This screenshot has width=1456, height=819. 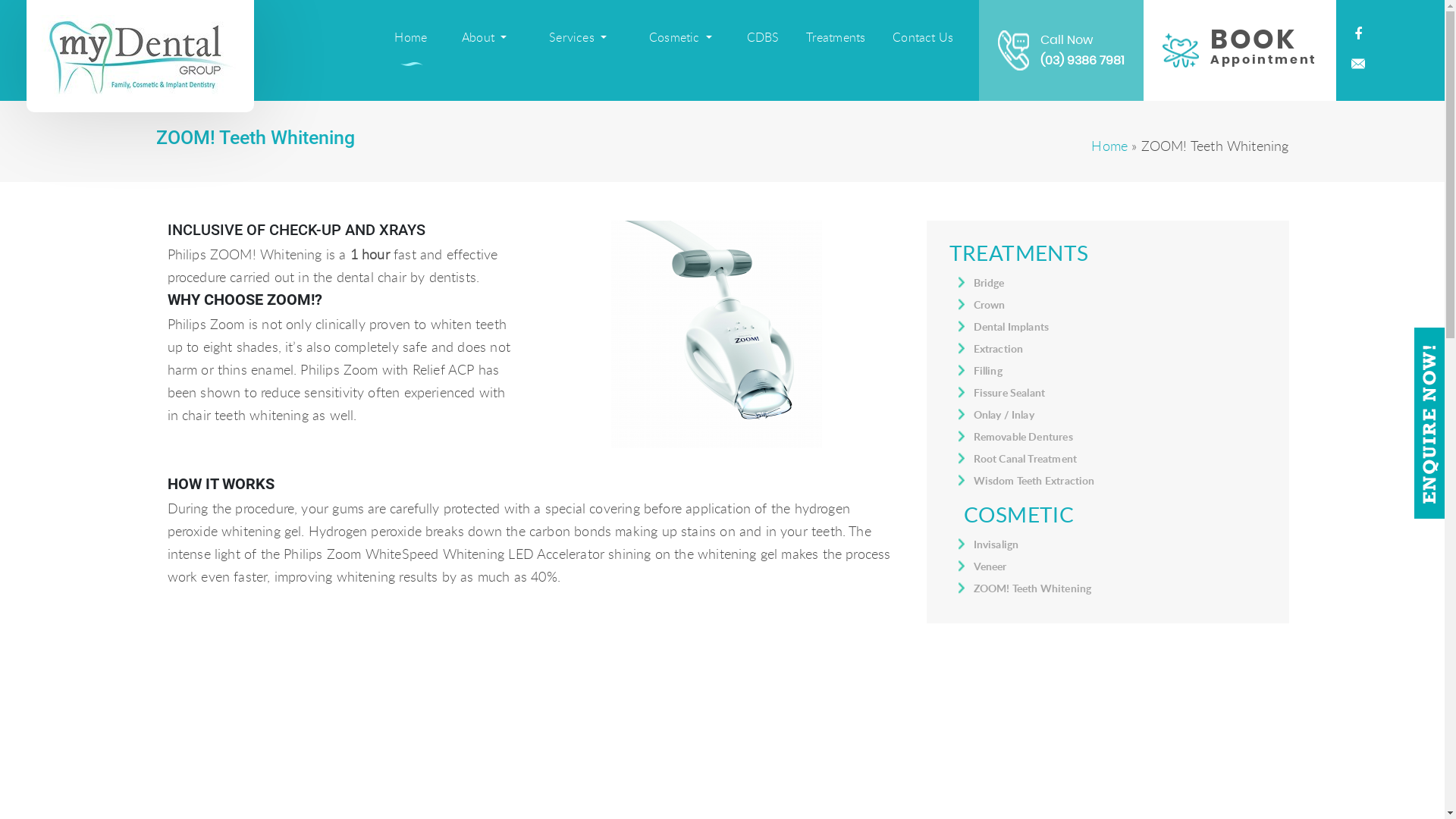 What do you see at coordinates (1009, 391) in the screenshot?
I see `'Fissure Sealant'` at bounding box center [1009, 391].